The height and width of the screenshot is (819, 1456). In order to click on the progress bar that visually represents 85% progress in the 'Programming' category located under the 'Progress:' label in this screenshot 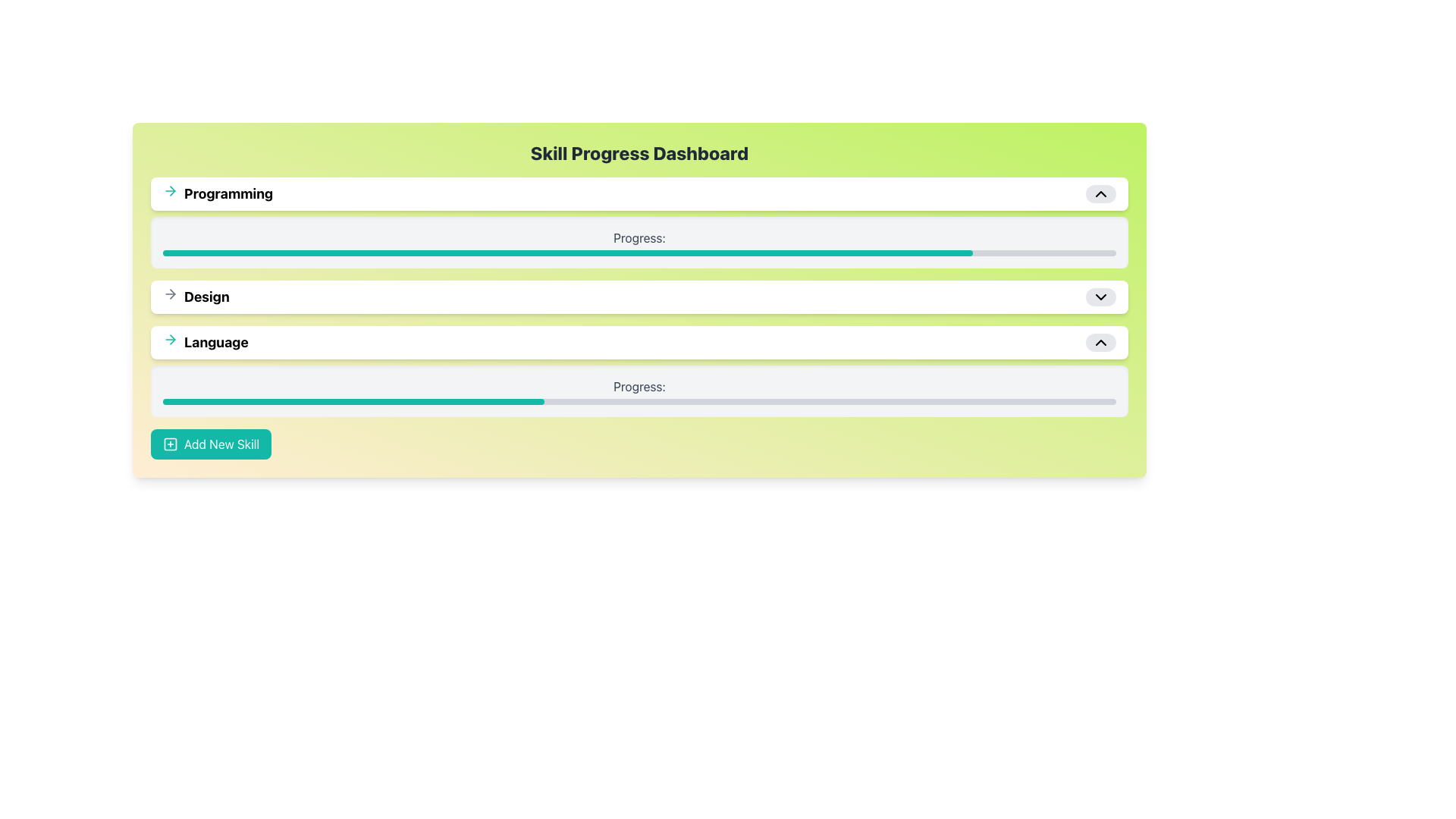, I will do `click(639, 253)`.